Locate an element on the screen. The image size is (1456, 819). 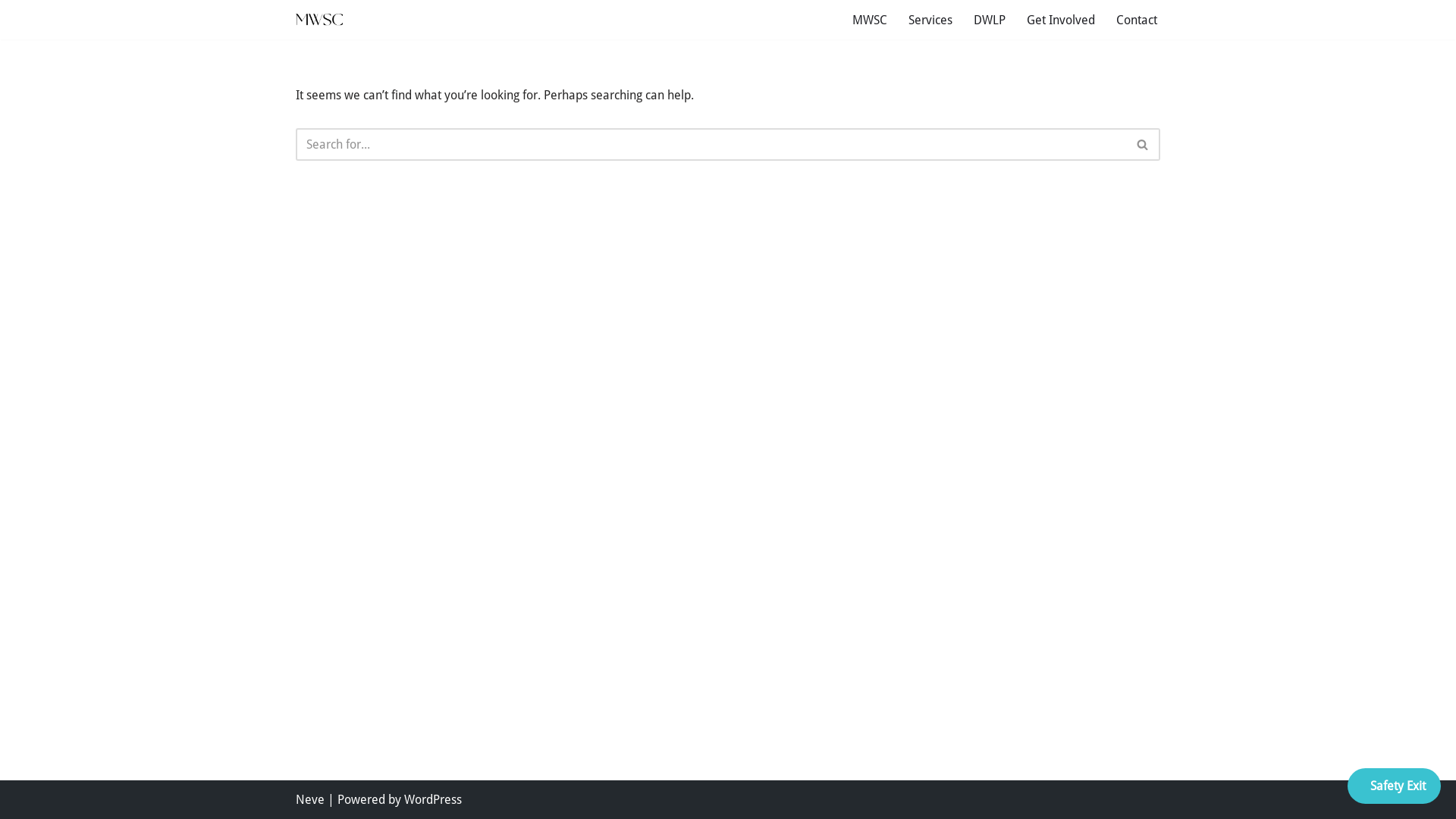
'WordPress' is located at coordinates (432, 799).